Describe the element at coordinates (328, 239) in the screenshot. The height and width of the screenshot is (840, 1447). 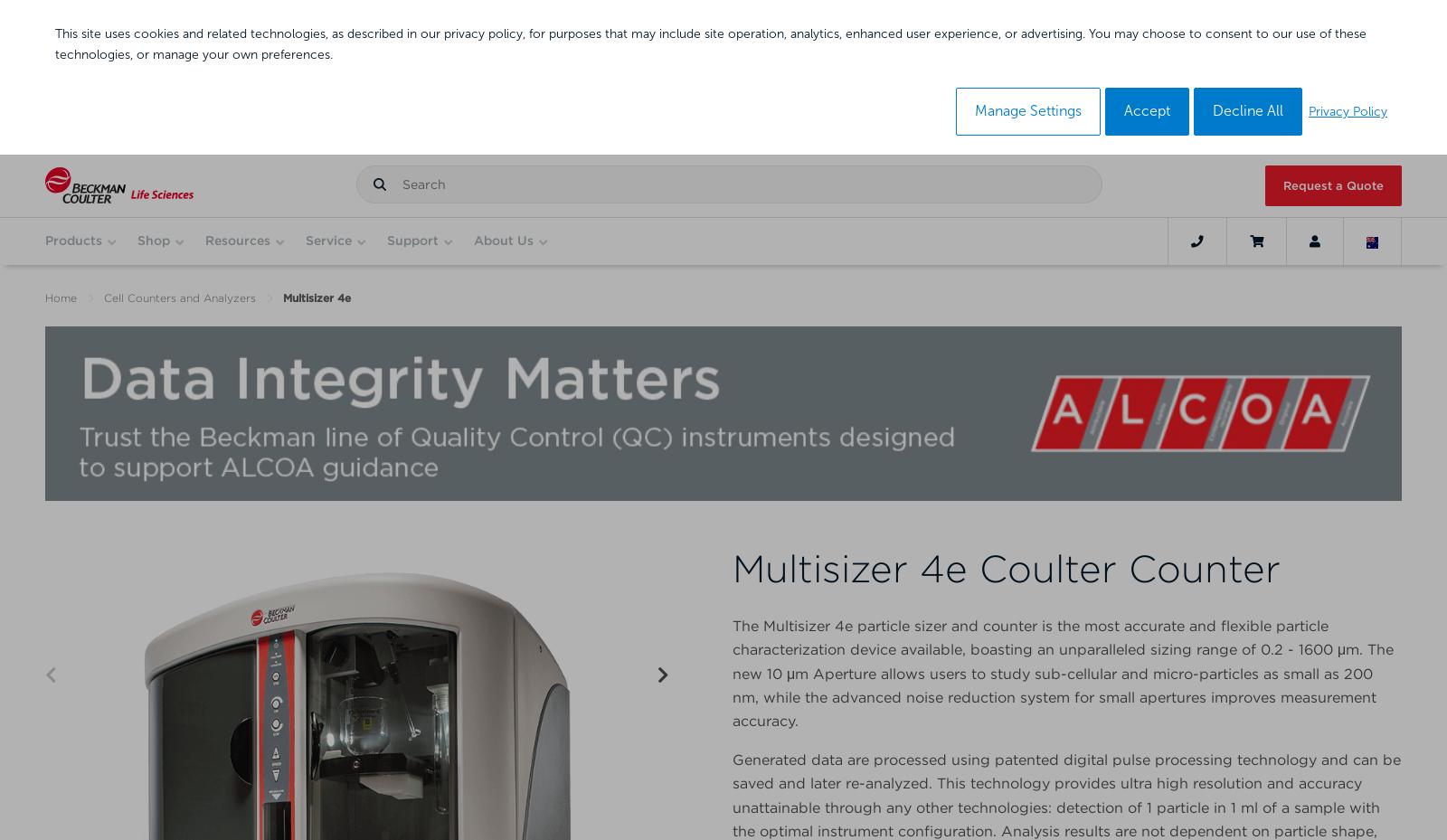
I see `'Service'` at that location.